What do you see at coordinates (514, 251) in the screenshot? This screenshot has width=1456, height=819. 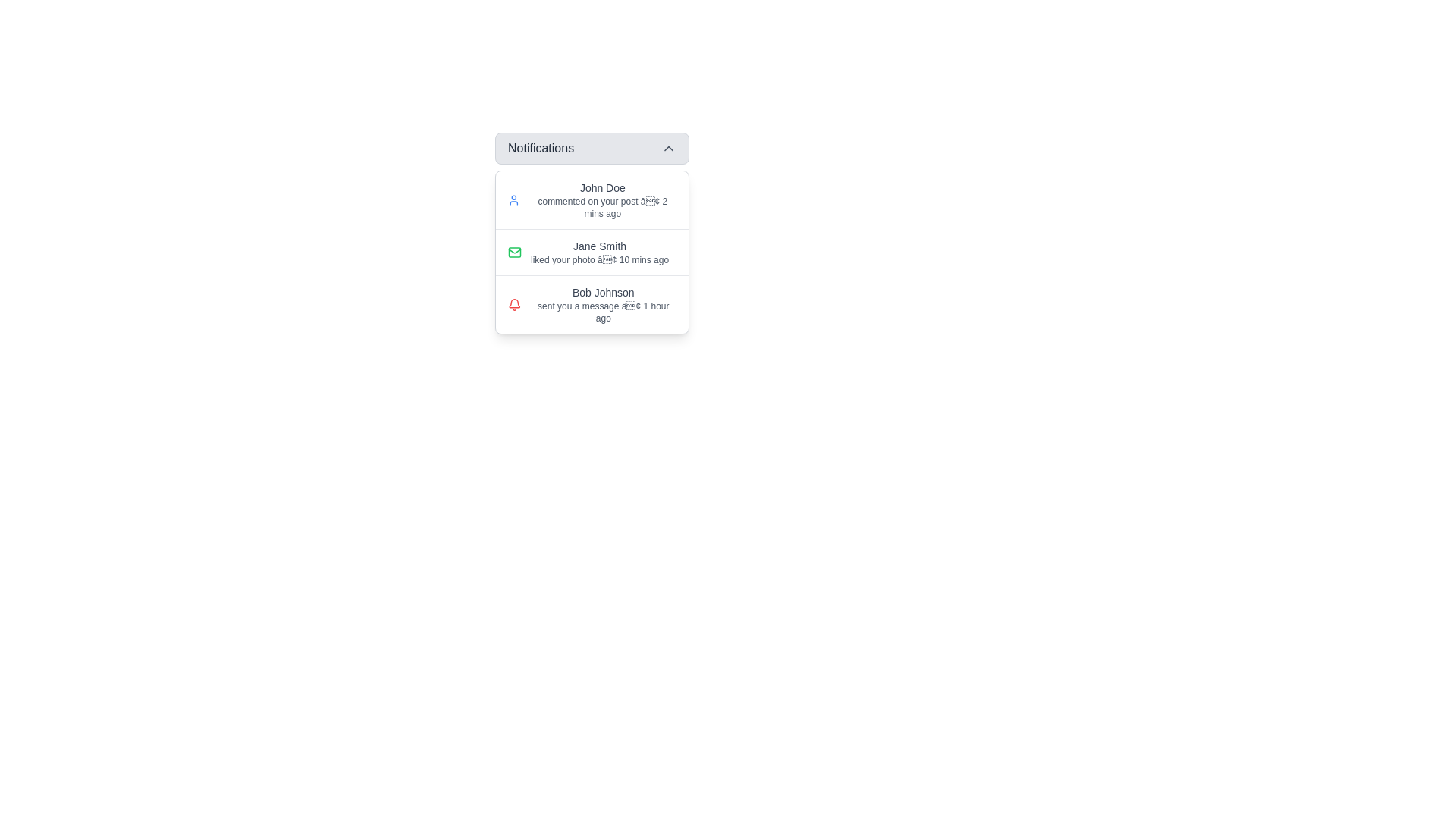 I see `the color and shape of the email-related notification icon located next to the text 'Jane Smith liked your photo 10 mins ago' in the second notification line under the 'Notifications' header` at bounding box center [514, 251].